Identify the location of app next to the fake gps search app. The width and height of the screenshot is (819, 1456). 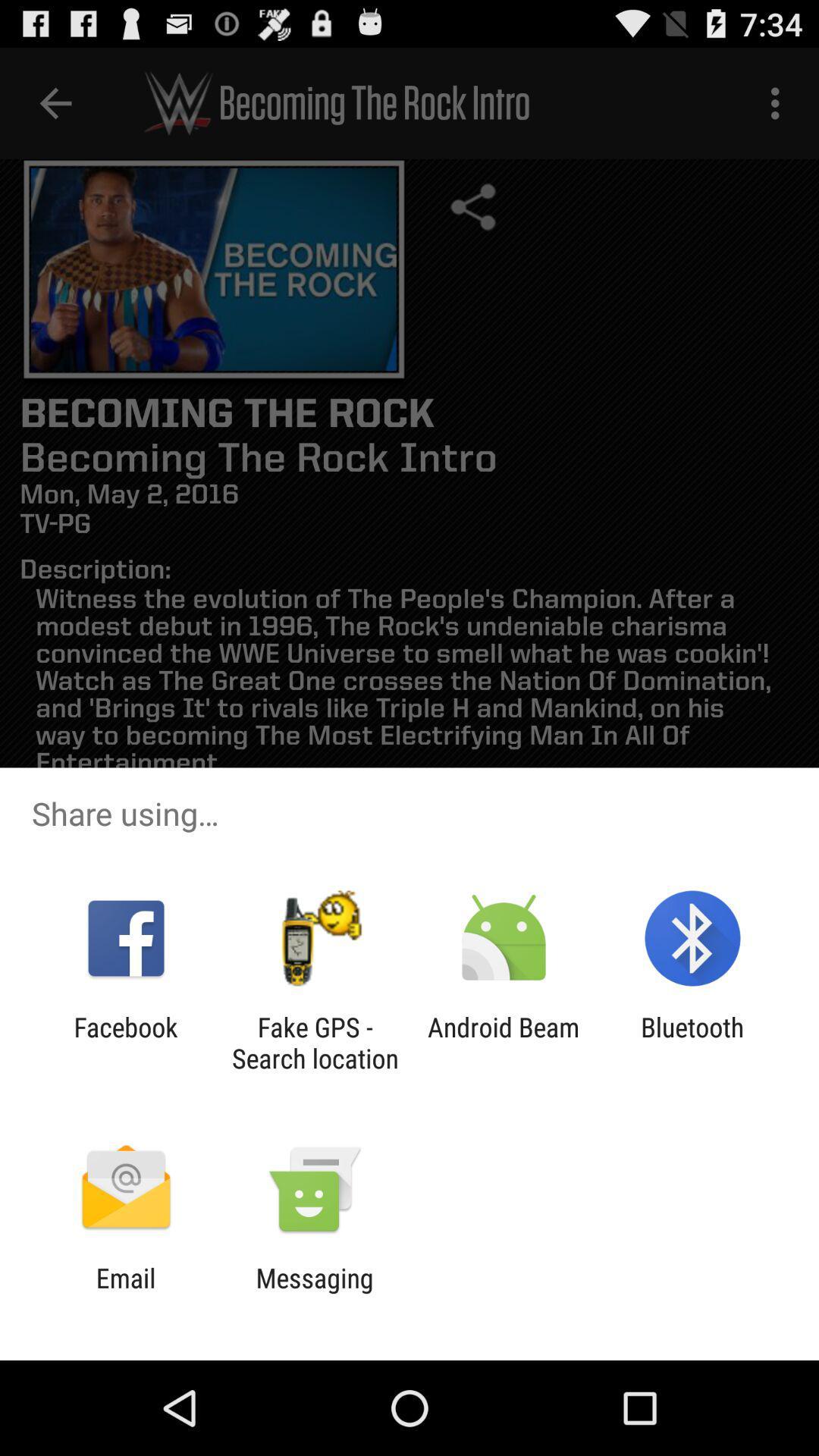
(125, 1042).